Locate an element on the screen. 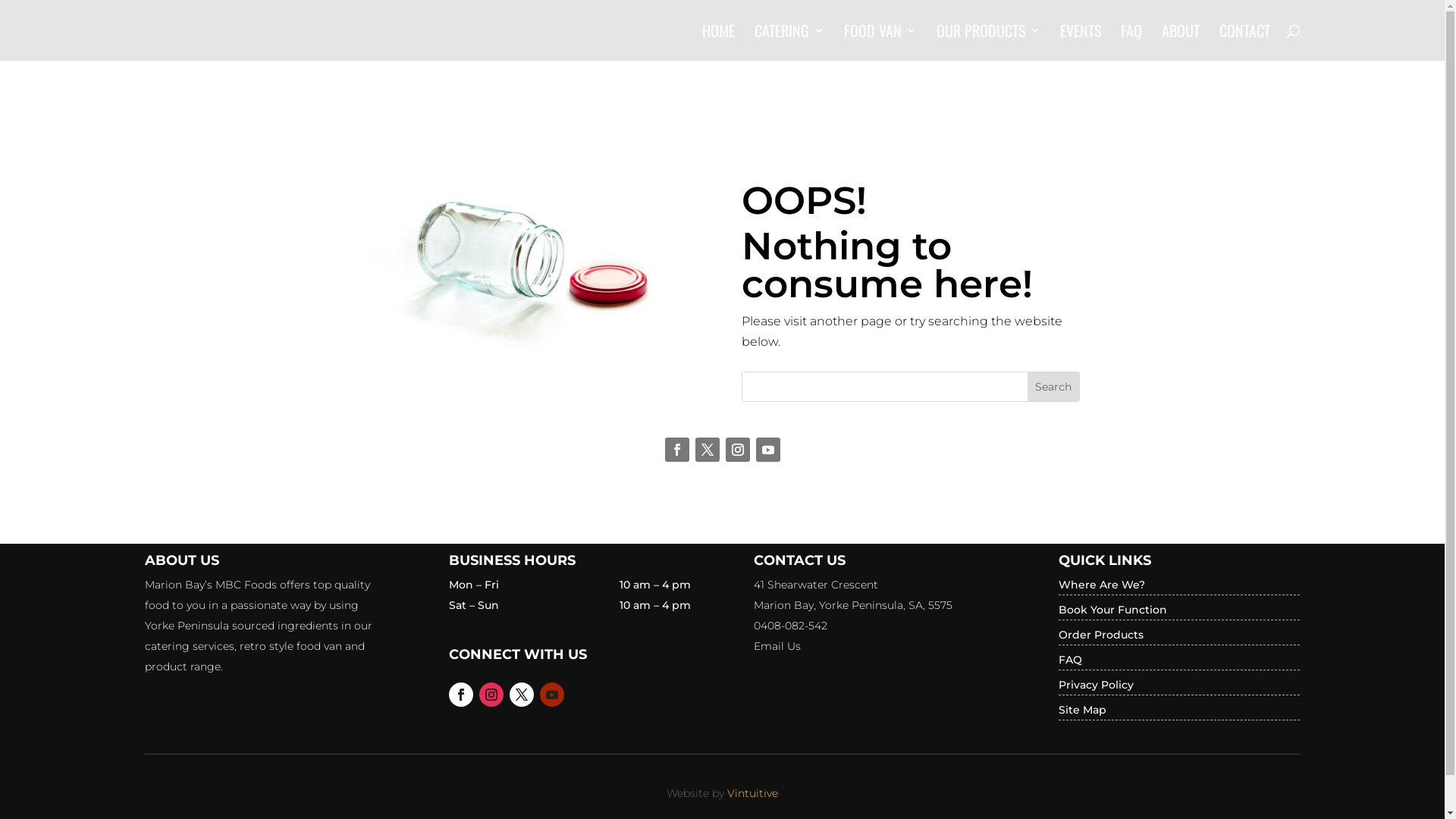  'HOME' is located at coordinates (717, 42).